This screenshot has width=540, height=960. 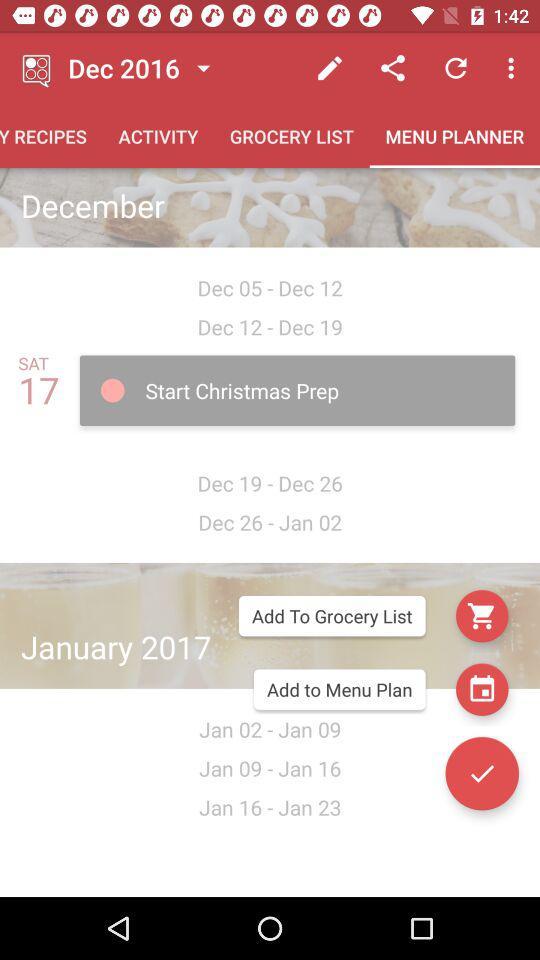 What do you see at coordinates (481, 615) in the screenshot?
I see `the cart icon` at bounding box center [481, 615].